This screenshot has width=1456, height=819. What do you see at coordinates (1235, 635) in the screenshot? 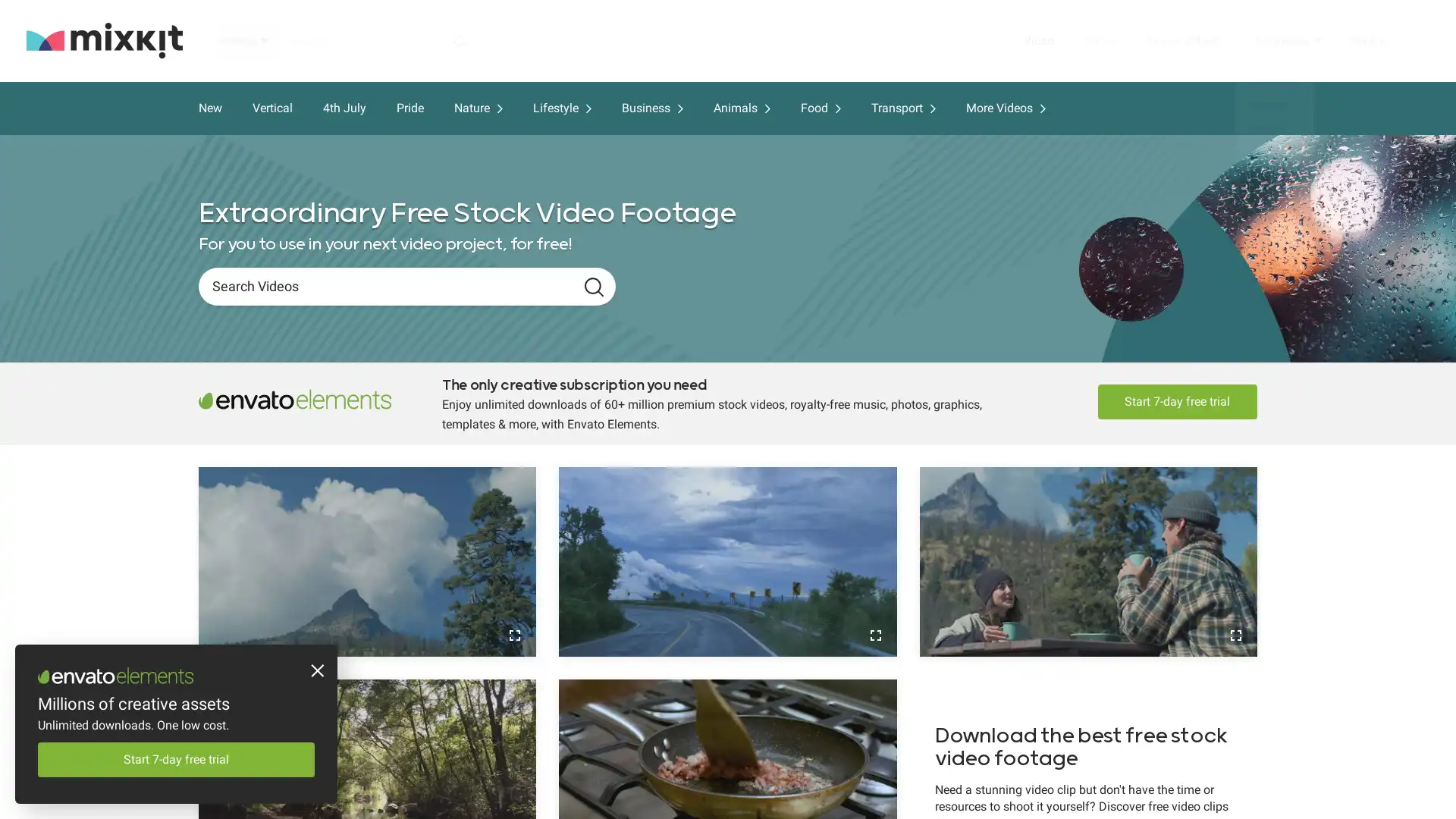
I see `View Fullscreen` at bounding box center [1235, 635].